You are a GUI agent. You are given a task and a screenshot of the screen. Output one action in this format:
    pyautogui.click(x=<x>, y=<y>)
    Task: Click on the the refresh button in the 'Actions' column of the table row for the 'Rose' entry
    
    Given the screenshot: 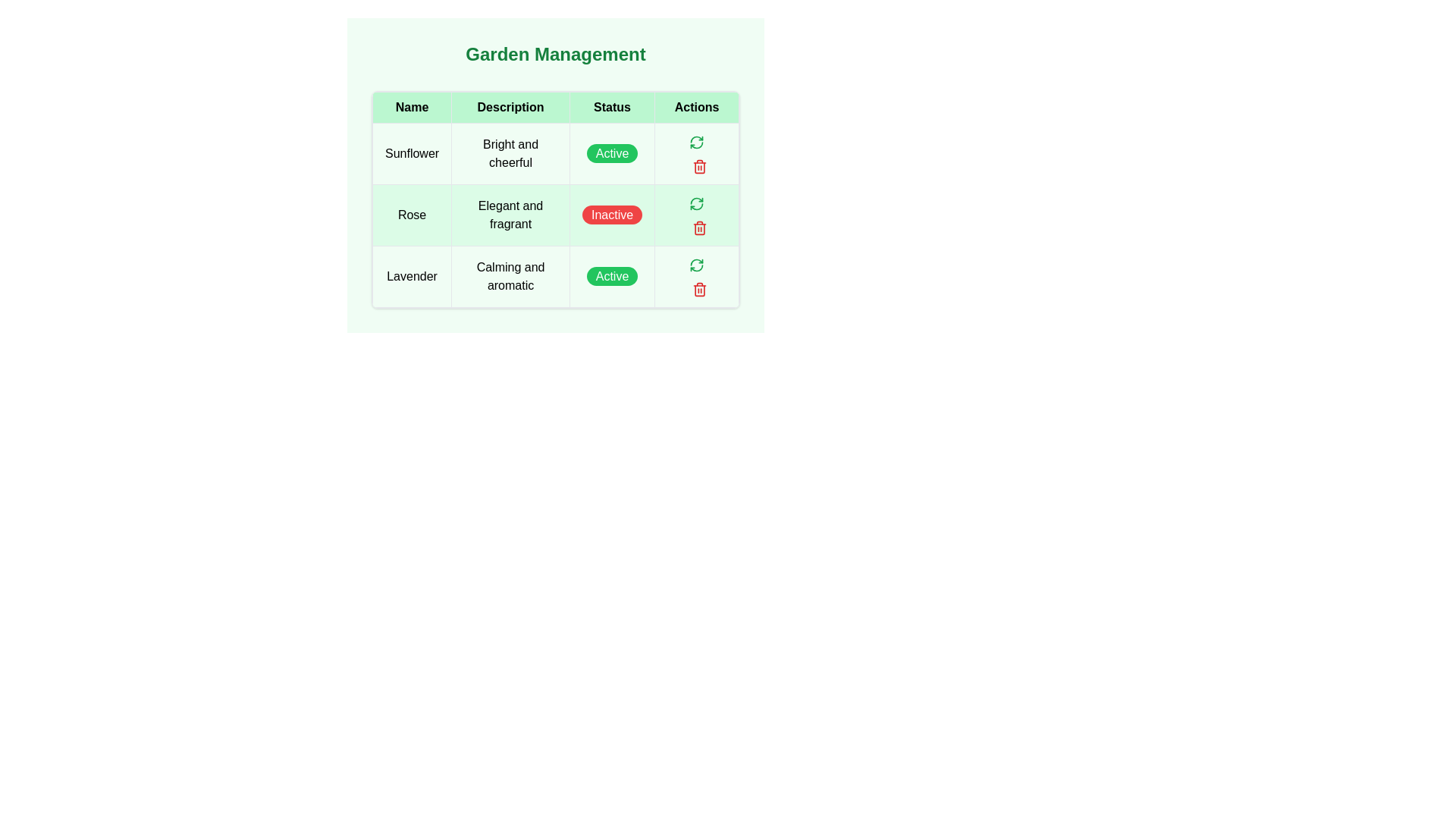 What is the action you would take?
    pyautogui.click(x=696, y=202)
    